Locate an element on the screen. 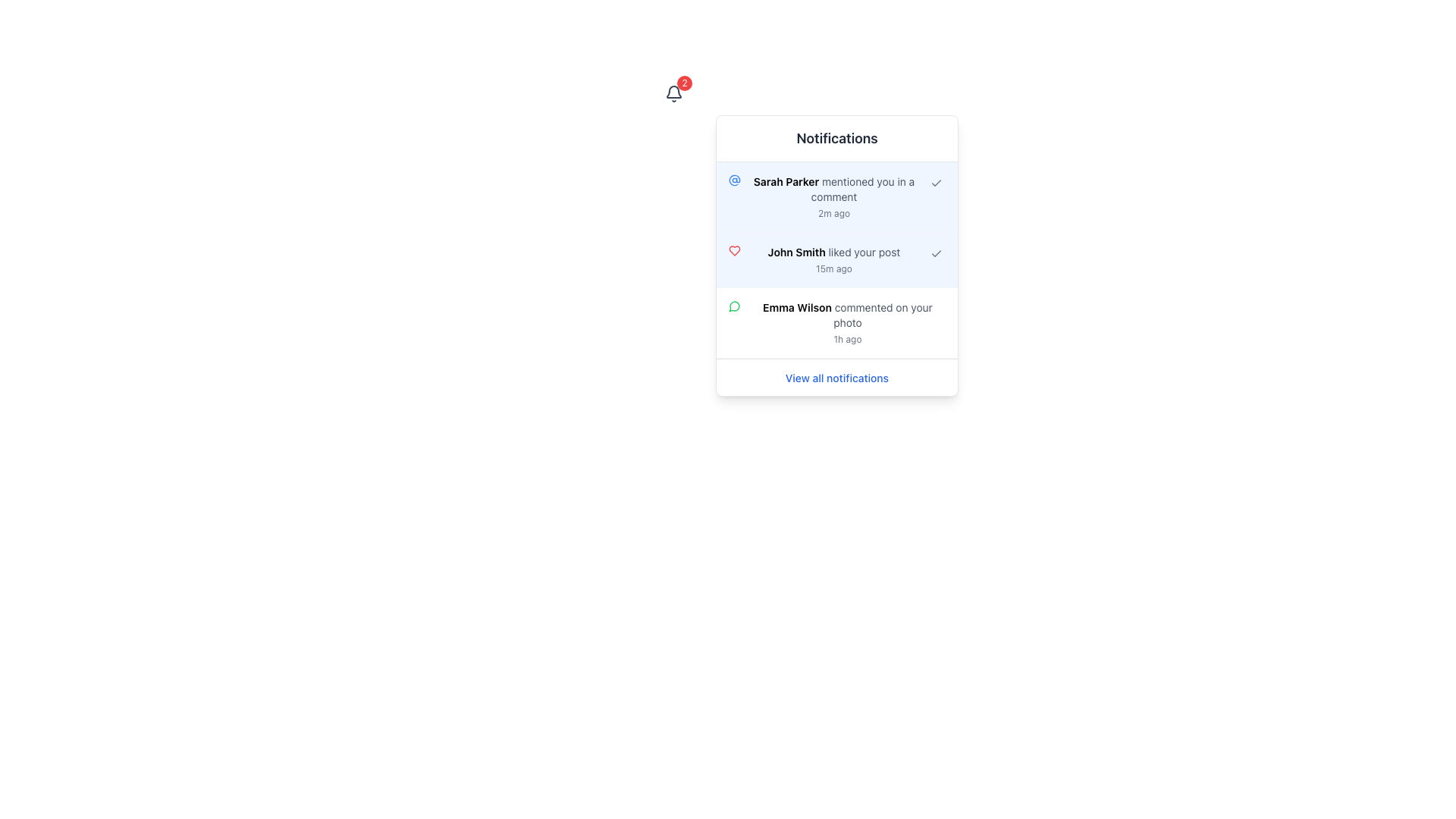 This screenshot has width=1456, height=819. the Label or Heading that serves as the title for the notification section, positioned at the top of the dropdown menu is located at coordinates (836, 138).